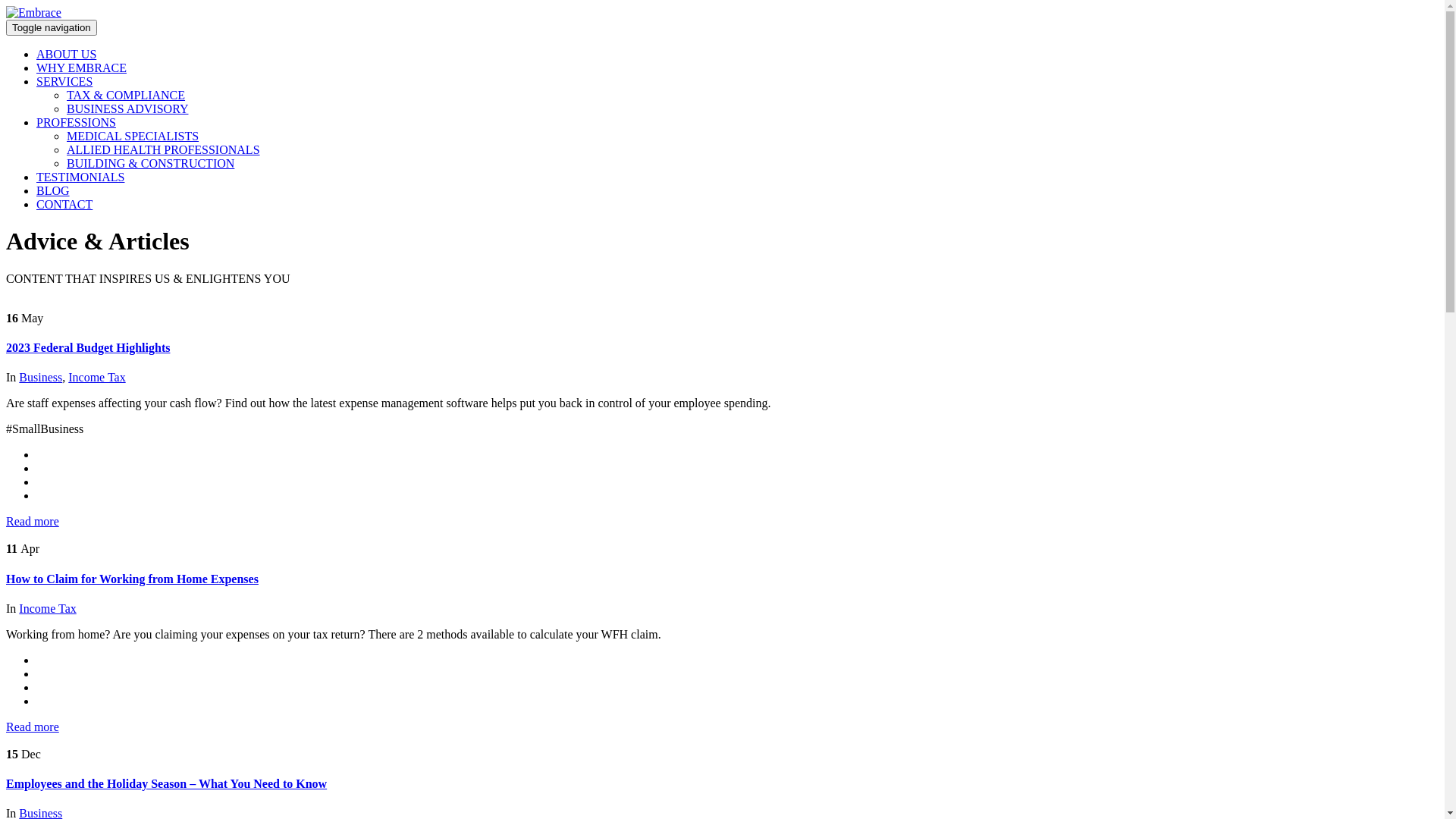  I want to click on 'How to Claim for Working from Home Expenses', so click(132, 579).